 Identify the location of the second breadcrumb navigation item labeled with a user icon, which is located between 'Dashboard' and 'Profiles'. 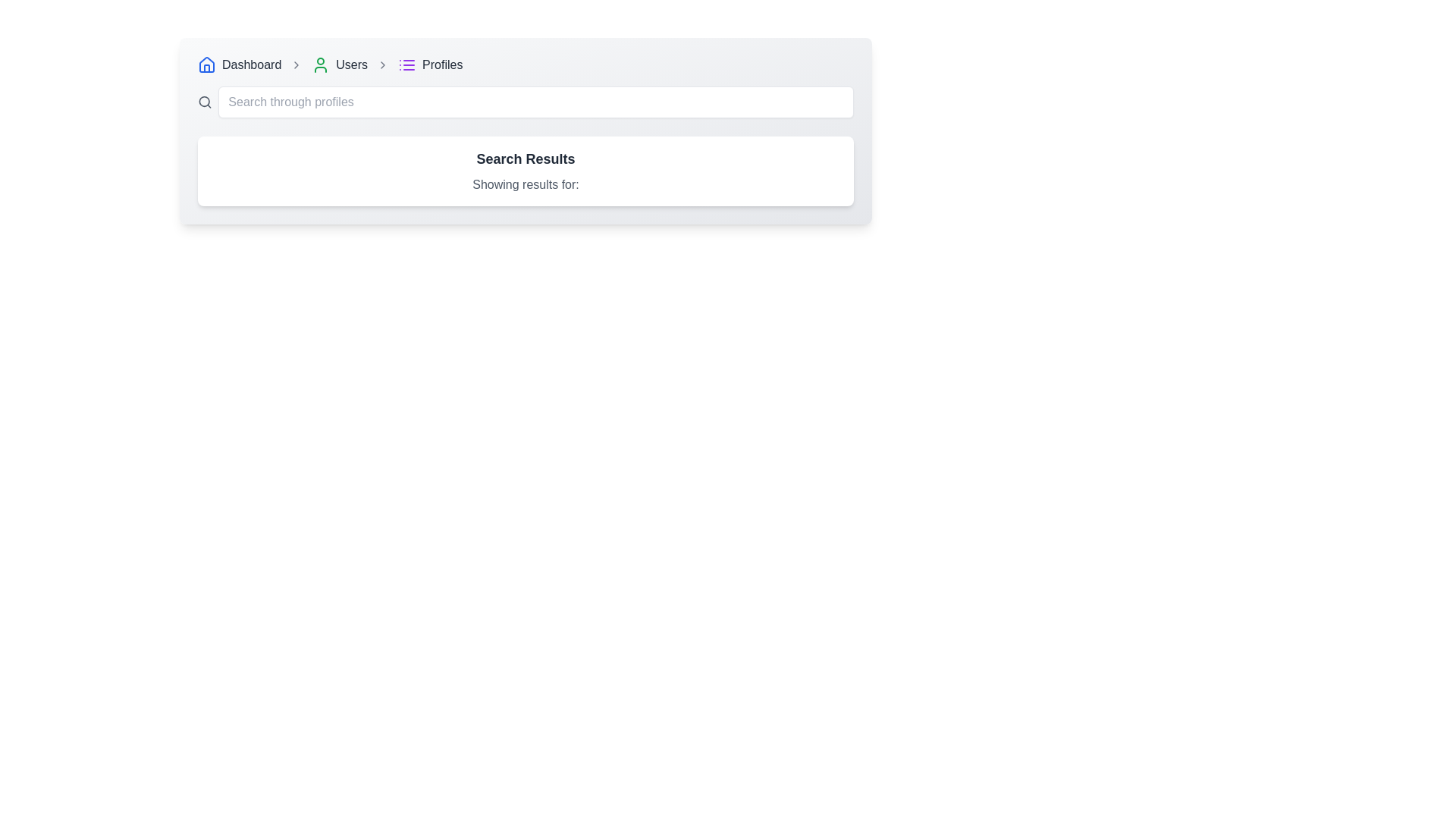
(339, 64).